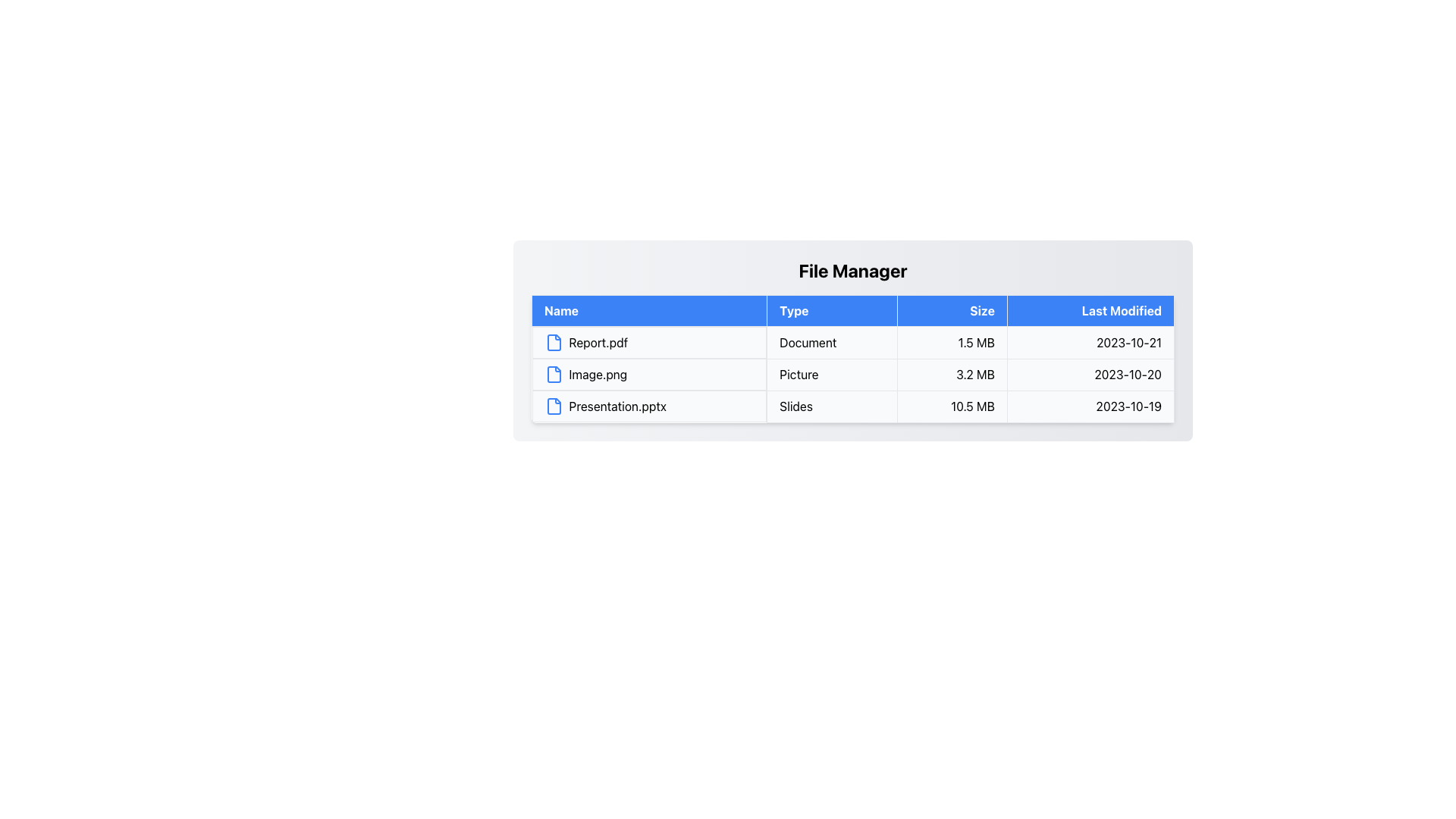 The width and height of the screenshot is (1456, 819). What do you see at coordinates (553, 342) in the screenshot?
I see `the file type icon for 'Report.pdf' located in the 'Name' column of the first row in the 'File Manager' table` at bounding box center [553, 342].